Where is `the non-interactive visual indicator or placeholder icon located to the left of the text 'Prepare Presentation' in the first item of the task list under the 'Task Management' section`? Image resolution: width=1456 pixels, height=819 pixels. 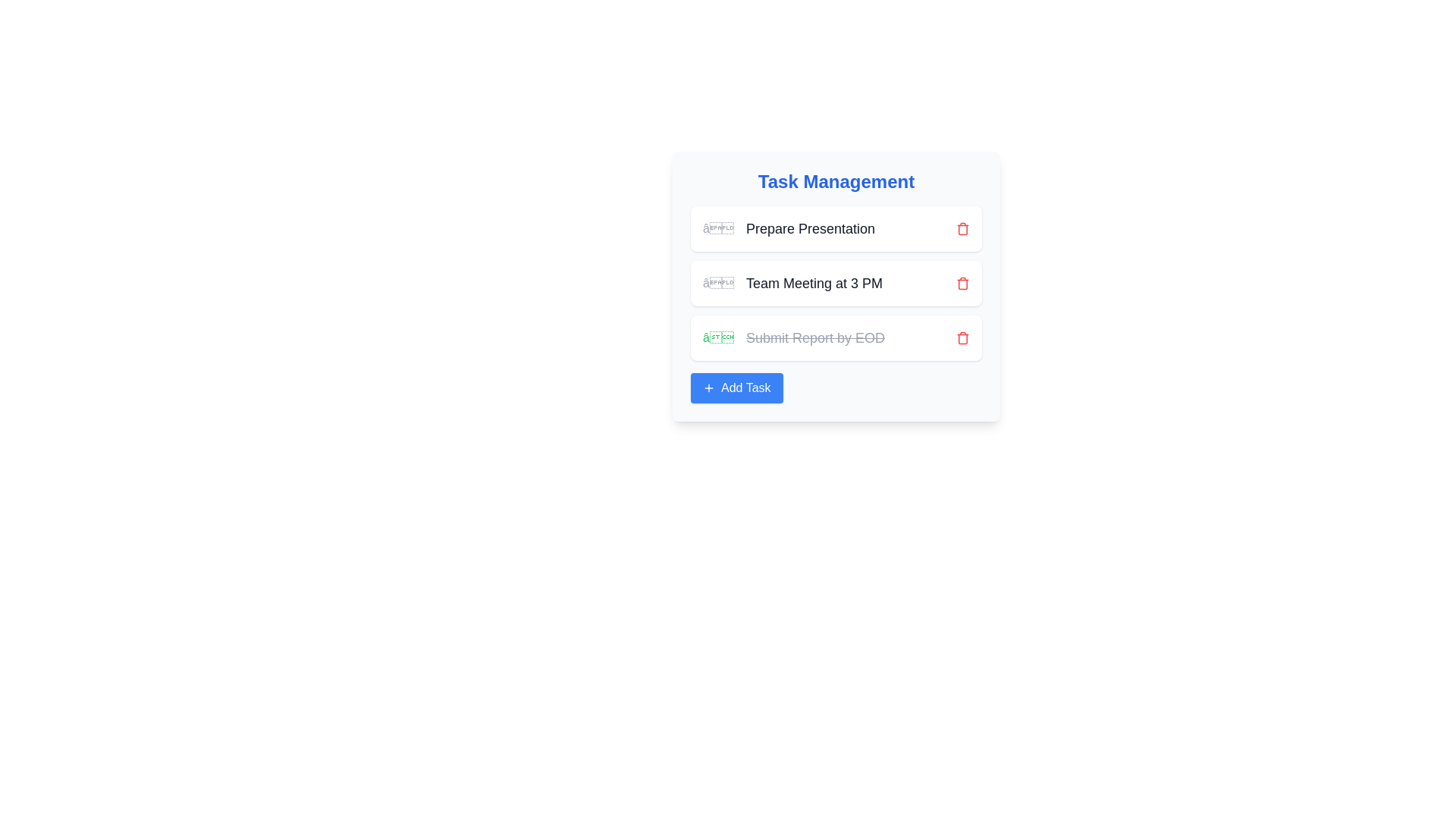
the non-interactive visual indicator or placeholder icon located to the left of the text 'Prepare Presentation' in the first item of the task list under the 'Task Management' section is located at coordinates (717, 283).